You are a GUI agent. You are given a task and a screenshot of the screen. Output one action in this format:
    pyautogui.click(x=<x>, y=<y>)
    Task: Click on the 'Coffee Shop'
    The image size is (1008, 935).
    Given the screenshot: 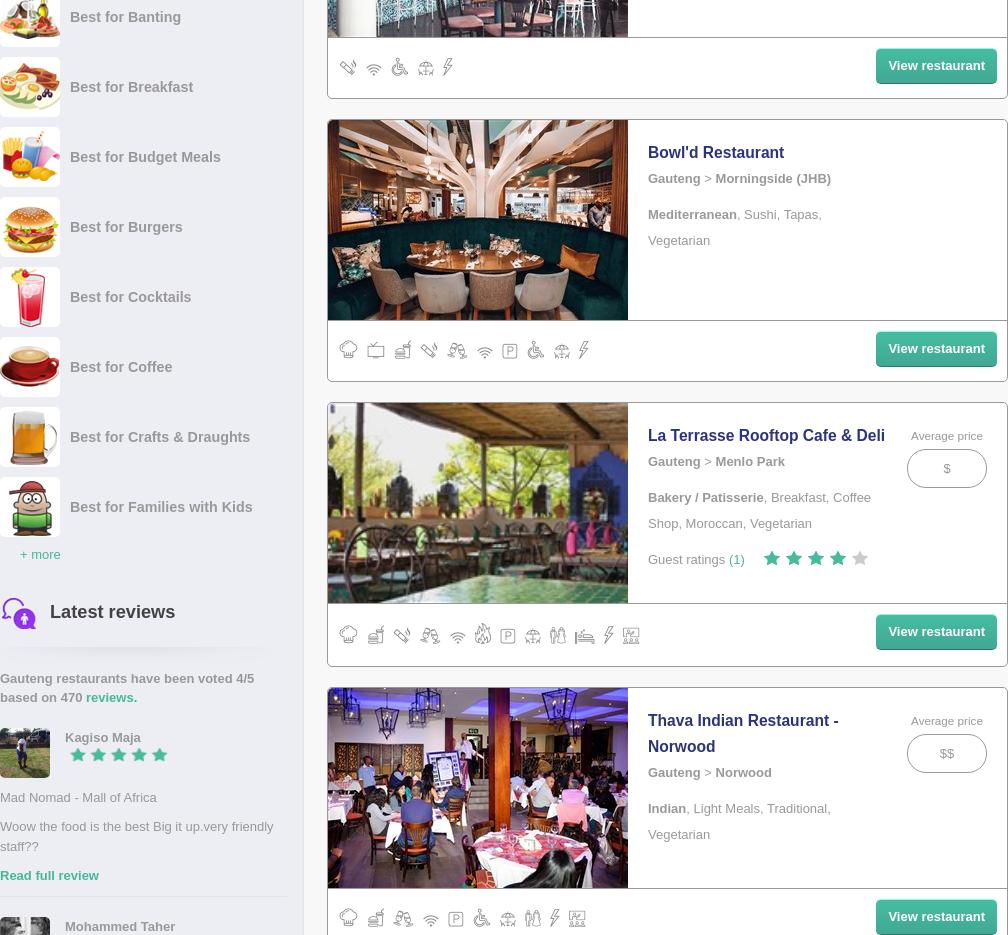 What is the action you would take?
    pyautogui.click(x=648, y=509)
    